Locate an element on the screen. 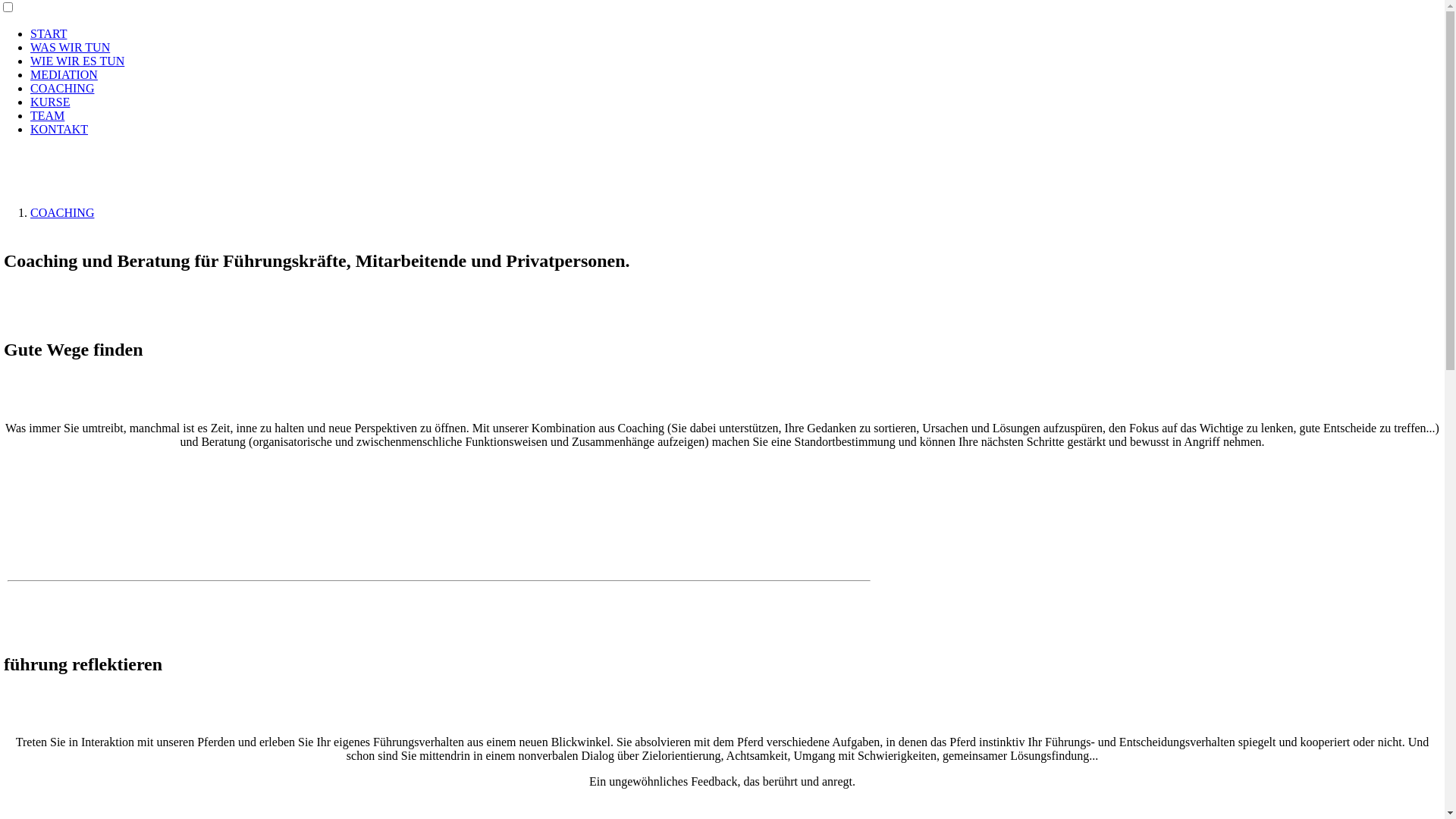 This screenshot has width=1456, height=819. 'KURSE' is located at coordinates (50, 102).